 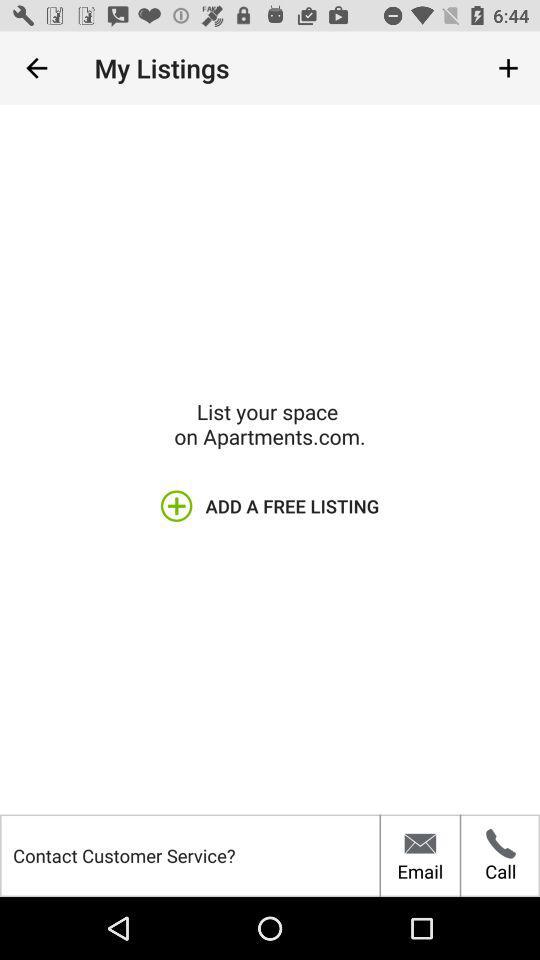 I want to click on item next to the my listings icon, so click(x=508, y=68).